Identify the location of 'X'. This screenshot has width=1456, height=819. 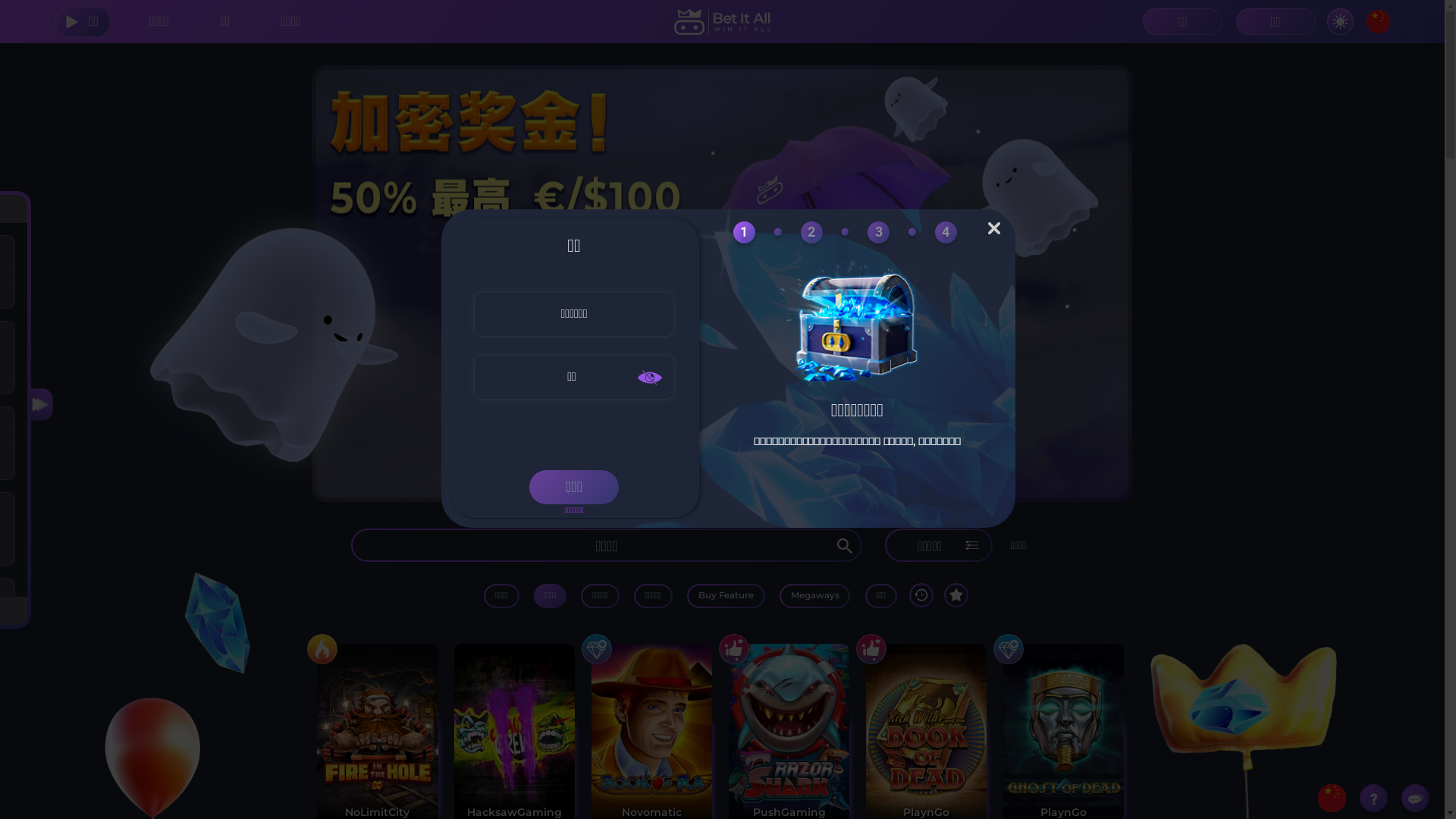
(987, 227).